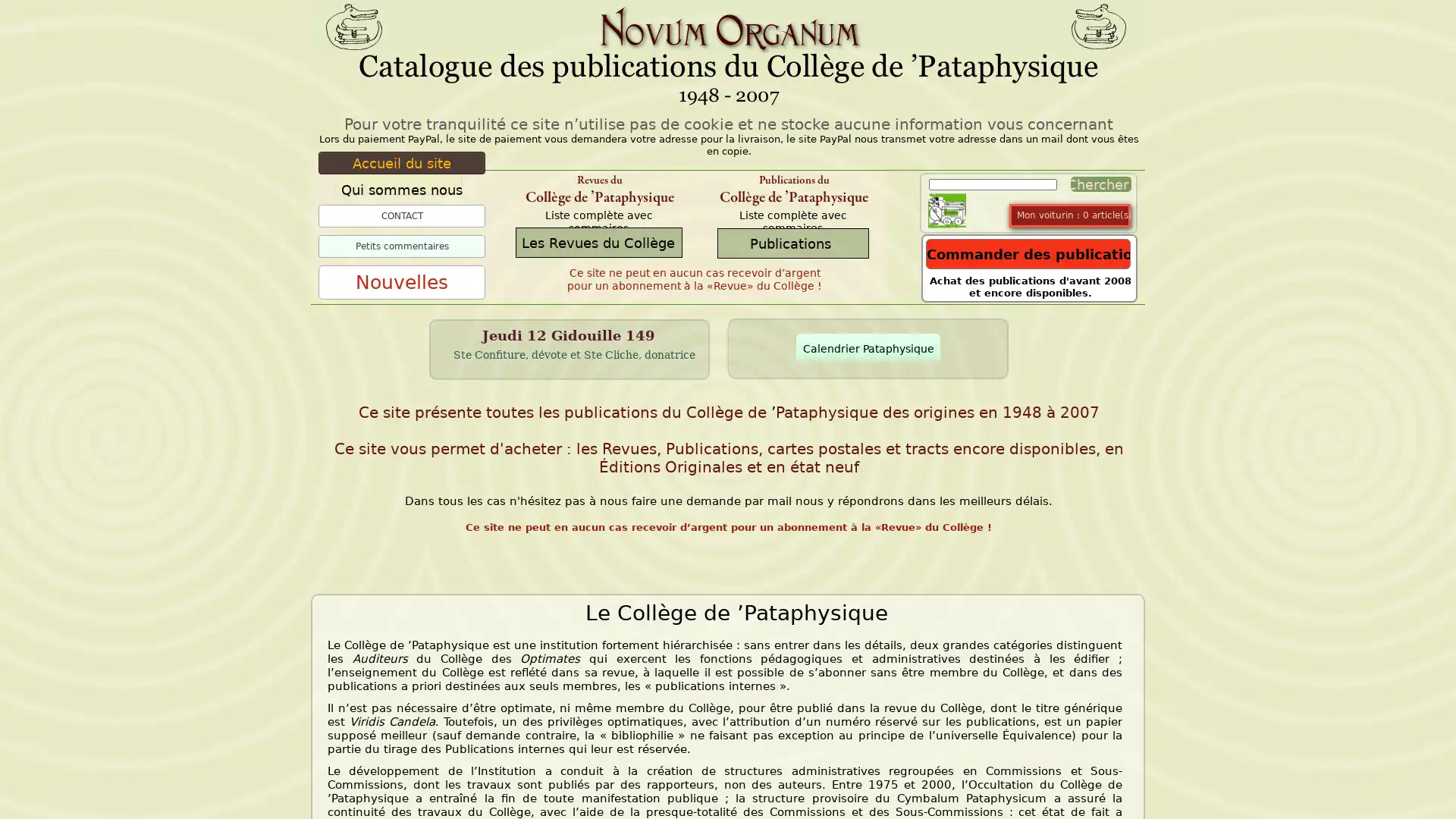 The image size is (1456, 819). Describe the element at coordinates (401, 245) in the screenshot. I see `Petits commentaires` at that location.